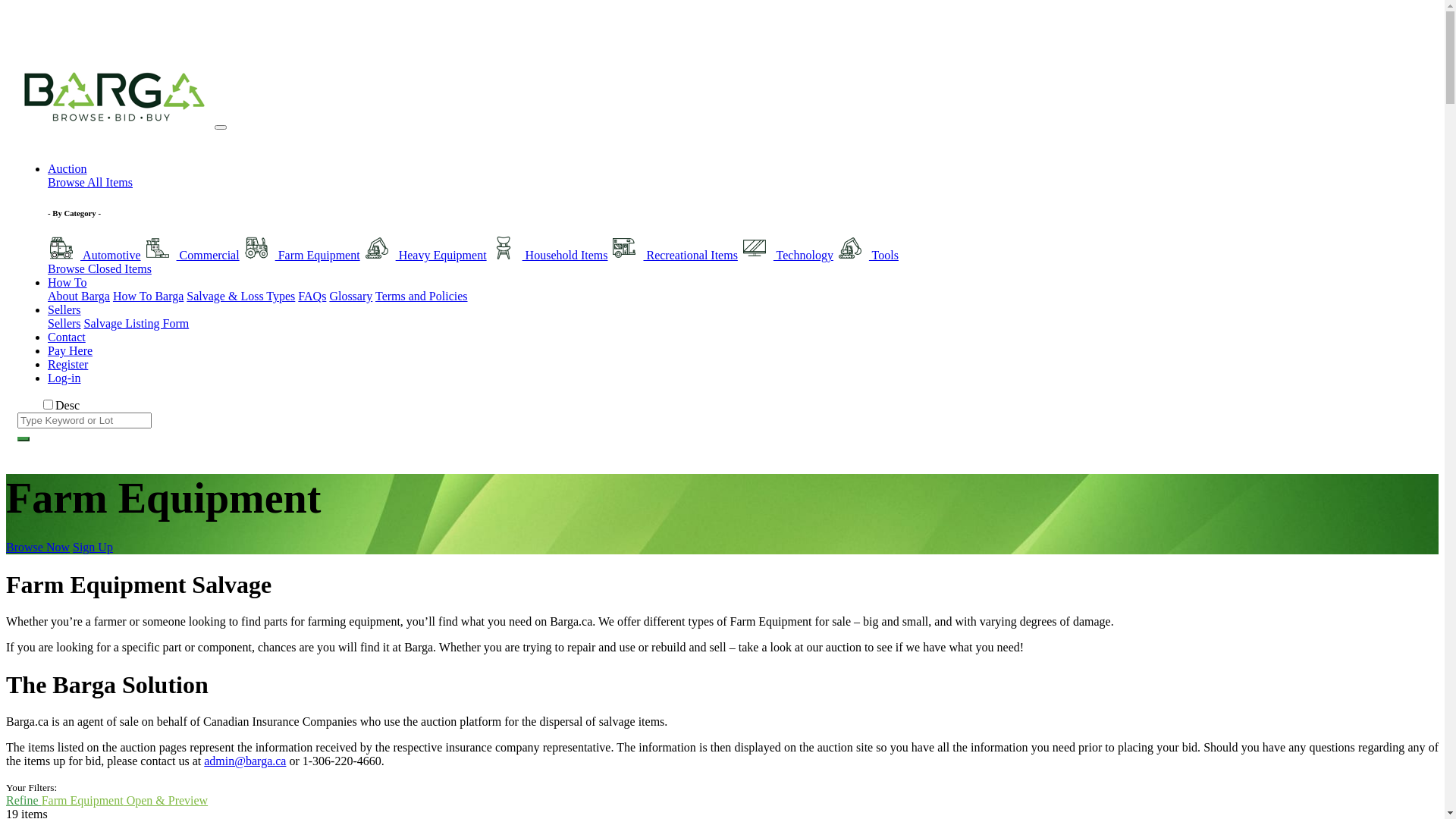 Image resolution: width=1456 pixels, height=819 pixels. What do you see at coordinates (166, 799) in the screenshot?
I see `'Open & Preview'` at bounding box center [166, 799].